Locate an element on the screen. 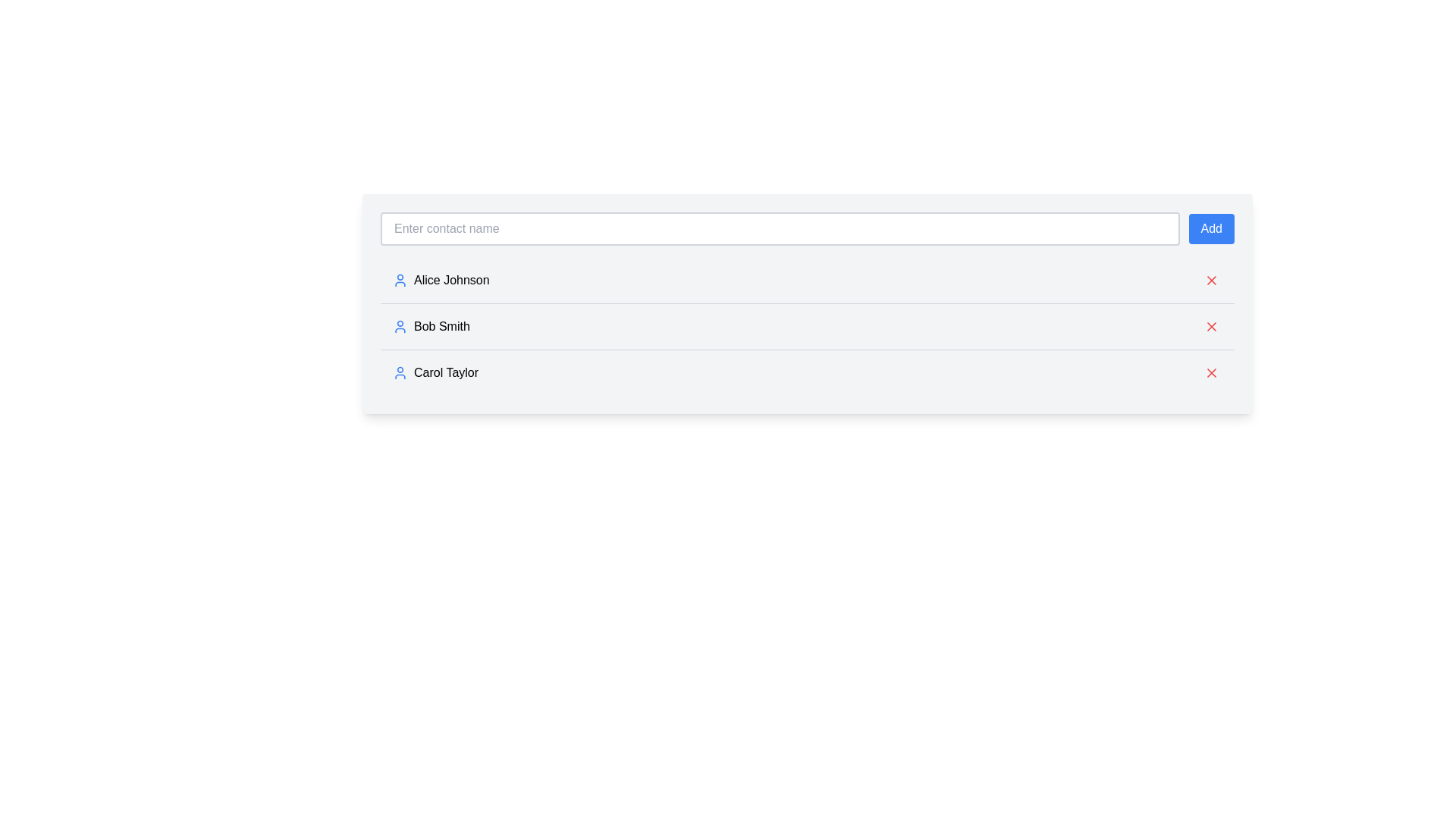 This screenshot has height=819, width=1456. the text label displaying 'Carol Taylor' is located at coordinates (435, 373).